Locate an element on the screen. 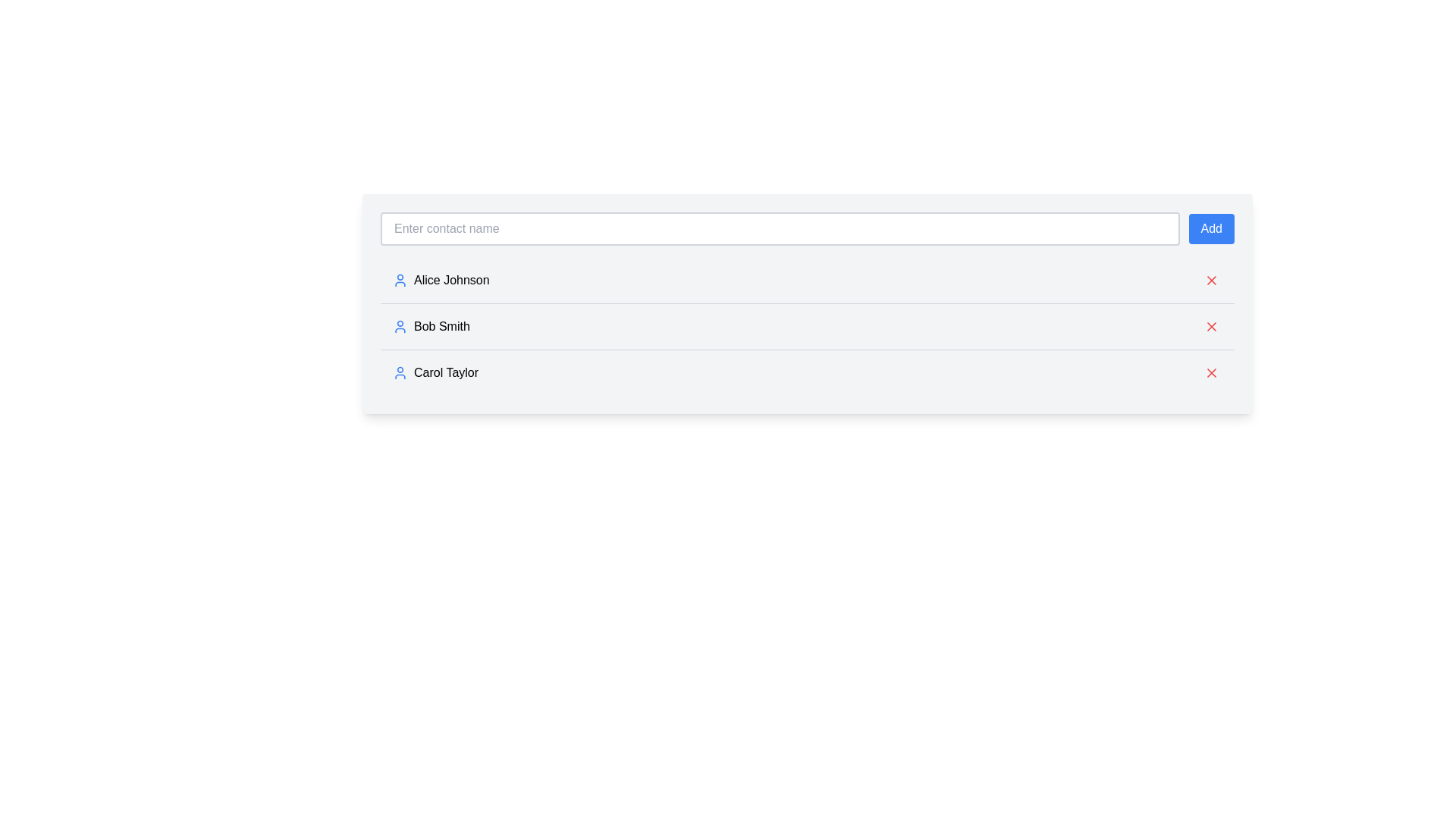 This screenshot has height=819, width=1456. the text label displaying 'Carol Taylor' is located at coordinates (435, 373).